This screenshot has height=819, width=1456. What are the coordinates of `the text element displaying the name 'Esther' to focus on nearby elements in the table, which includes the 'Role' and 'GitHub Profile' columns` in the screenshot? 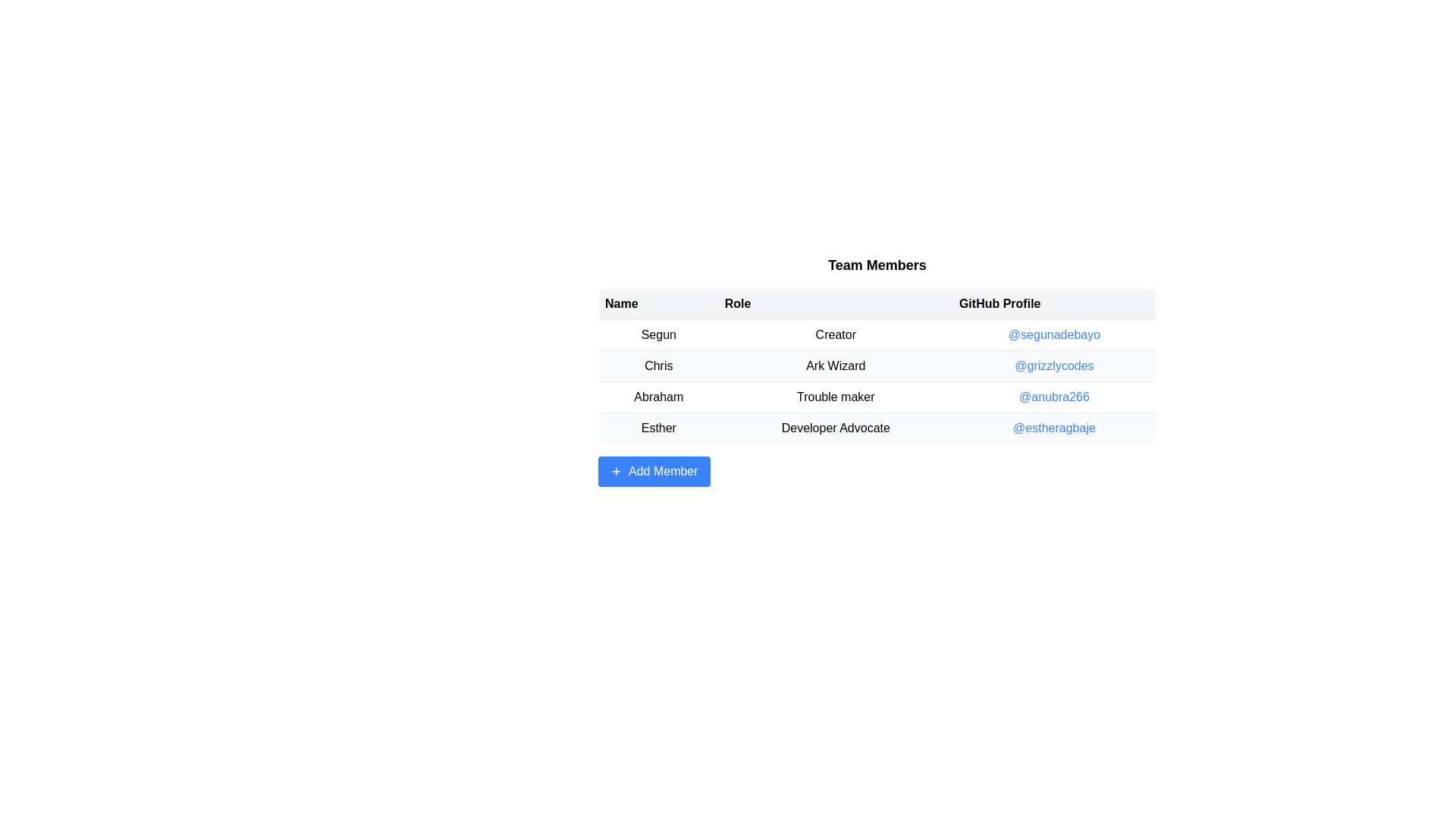 It's located at (658, 428).